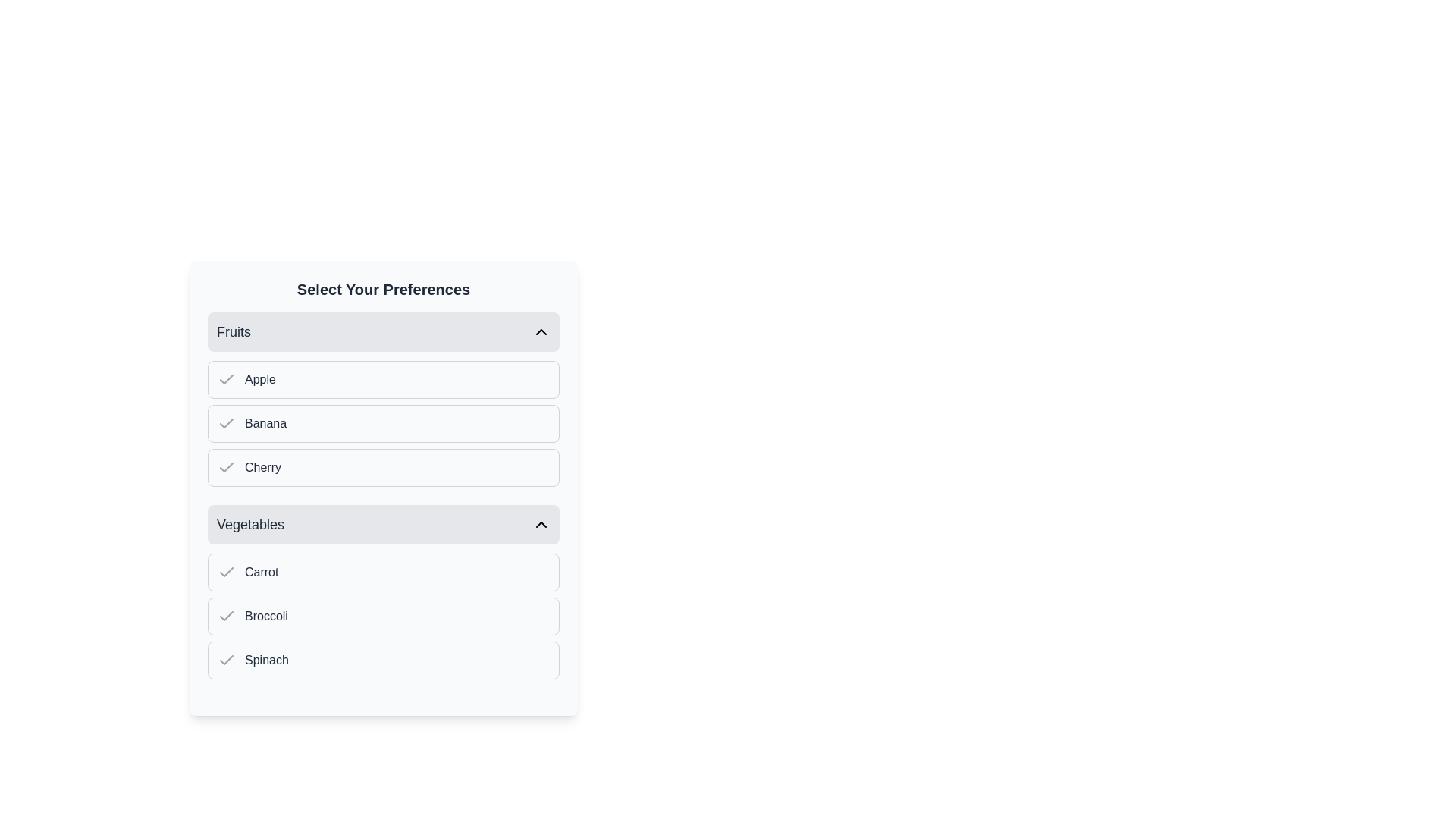 Image resolution: width=1456 pixels, height=819 pixels. What do you see at coordinates (266, 660) in the screenshot?
I see `the 'Spinach' text label, which is the last item in the vegetable selection list, located to the right of a checkmark icon indicating its selected state` at bounding box center [266, 660].